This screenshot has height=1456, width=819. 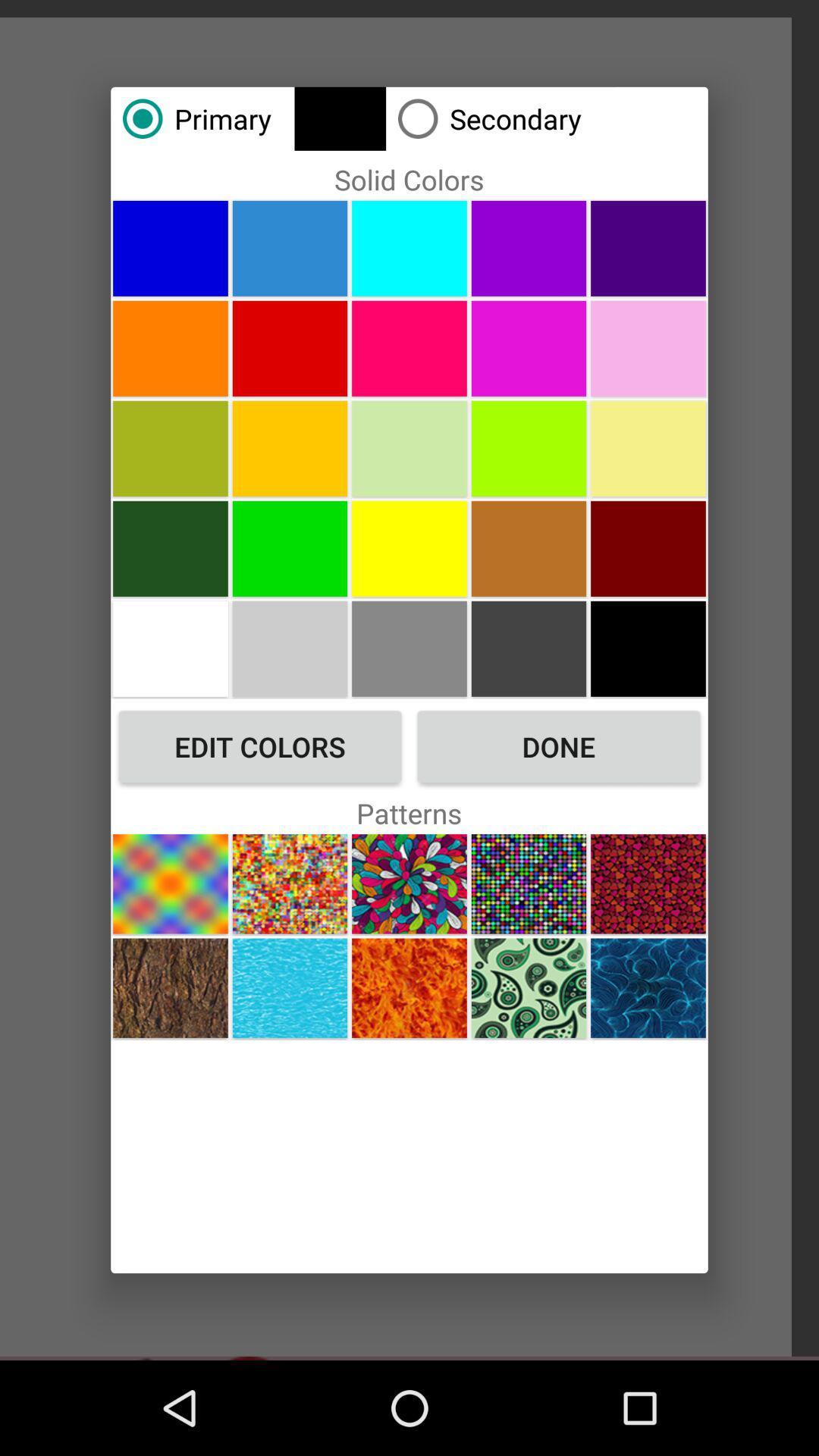 I want to click on choose color, so click(x=290, y=648).